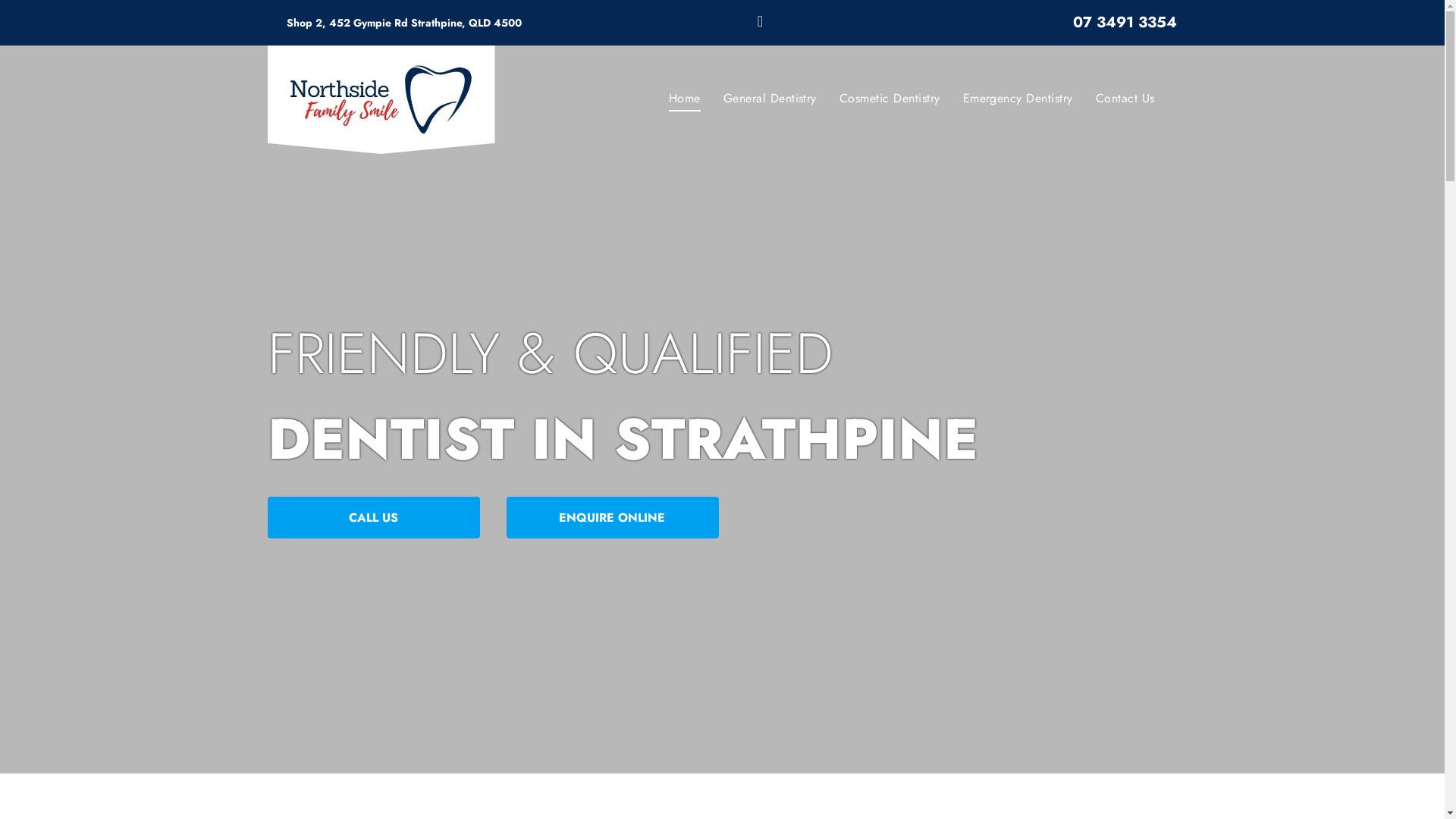  I want to click on 'Cosmetic Dentistry', so click(890, 99).